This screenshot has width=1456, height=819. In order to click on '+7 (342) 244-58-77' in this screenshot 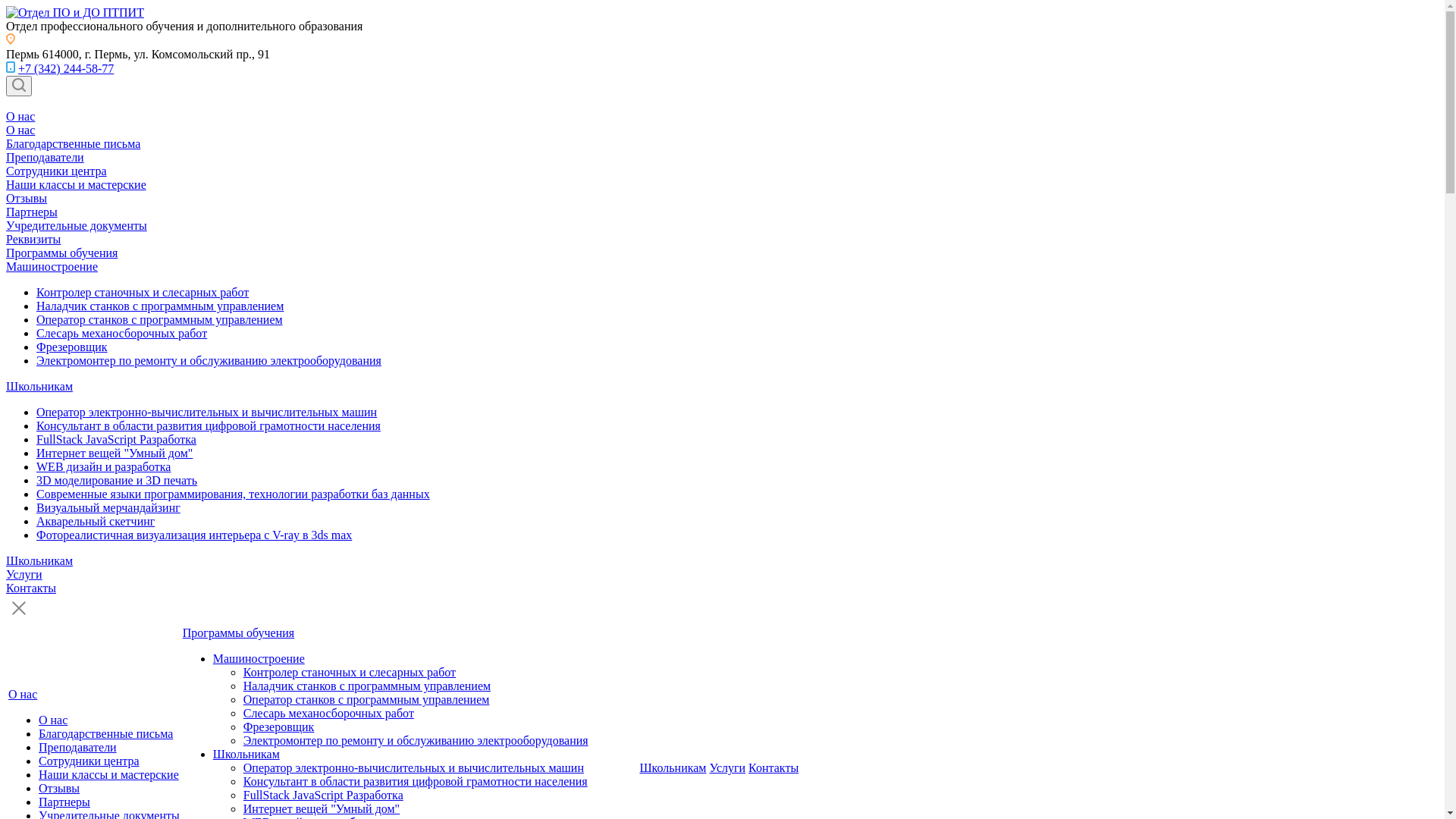, I will do `click(18, 68)`.